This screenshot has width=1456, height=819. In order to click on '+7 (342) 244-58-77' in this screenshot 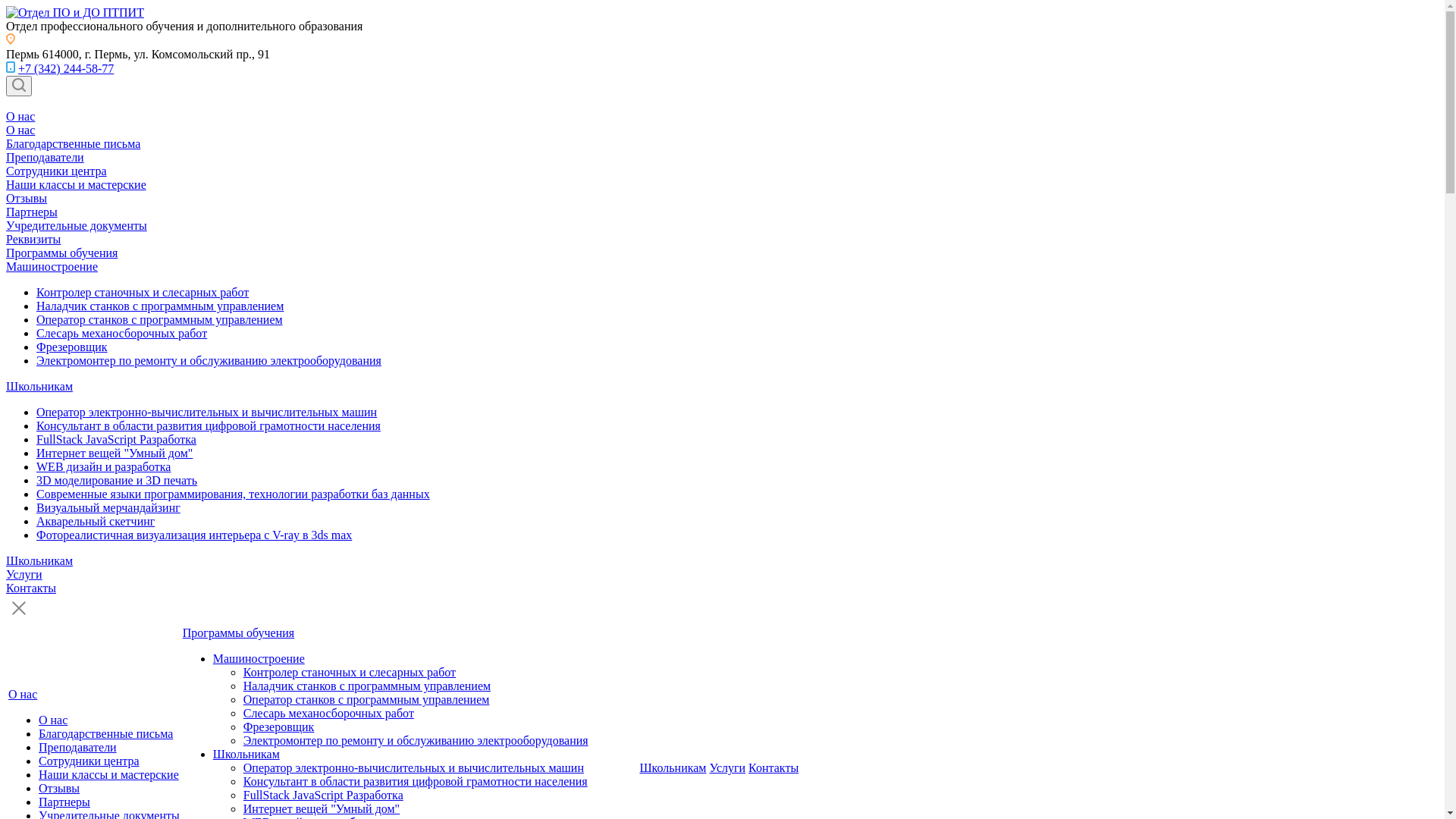, I will do `click(18, 68)`.